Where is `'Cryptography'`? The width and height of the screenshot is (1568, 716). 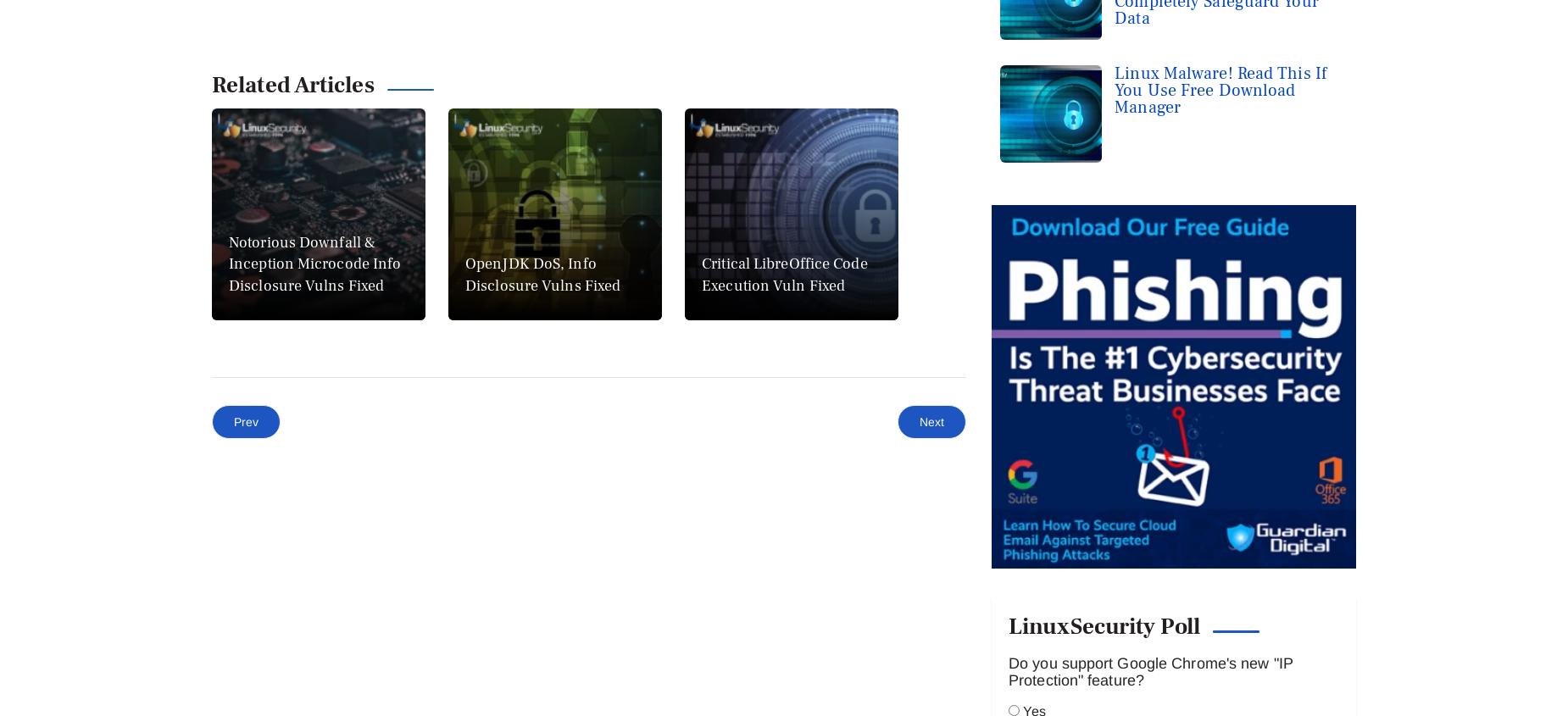 'Cryptography' is located at coordinates (197, 609).